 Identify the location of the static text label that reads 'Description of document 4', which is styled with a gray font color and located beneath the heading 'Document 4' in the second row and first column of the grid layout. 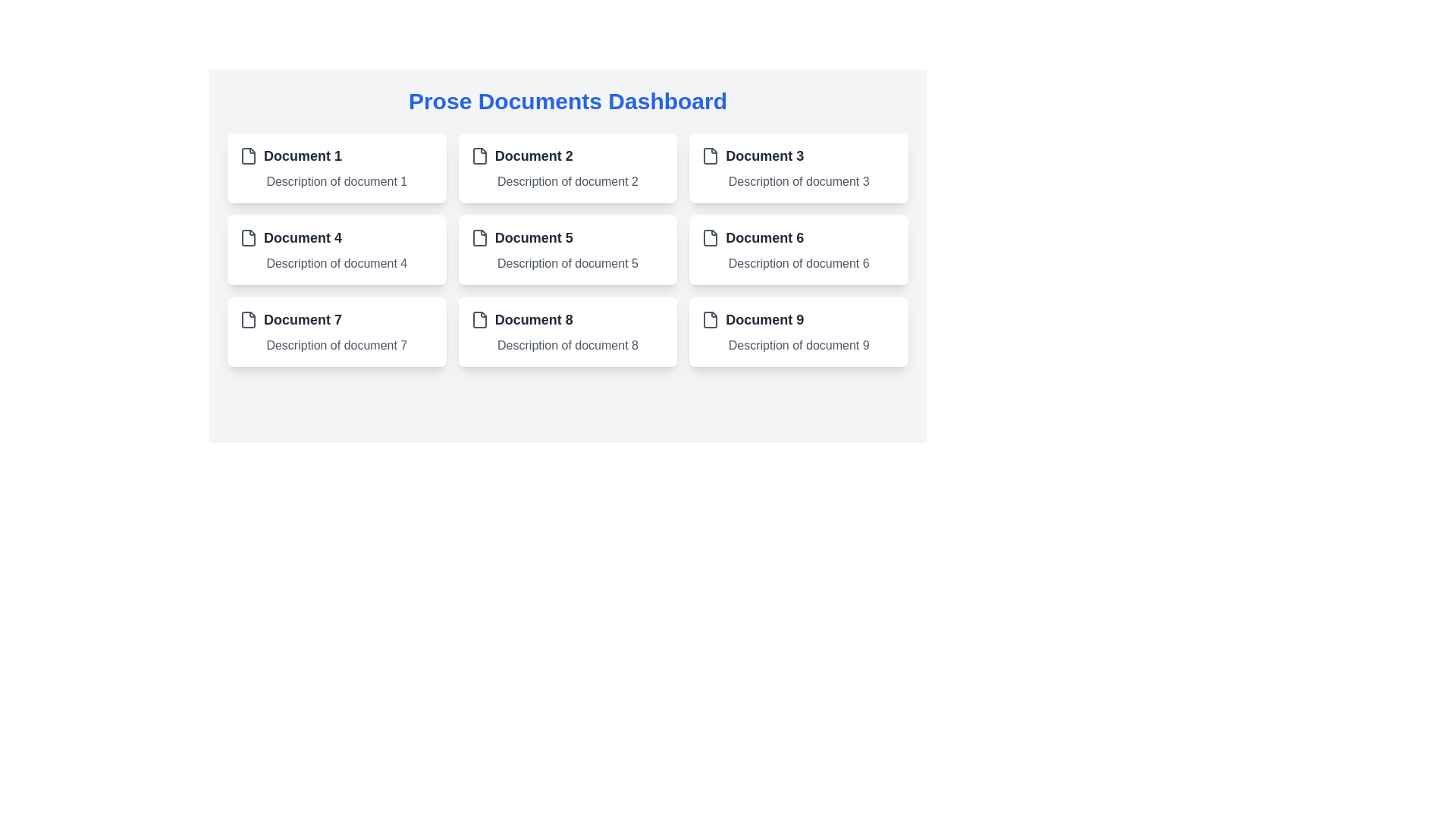
(336, 262).